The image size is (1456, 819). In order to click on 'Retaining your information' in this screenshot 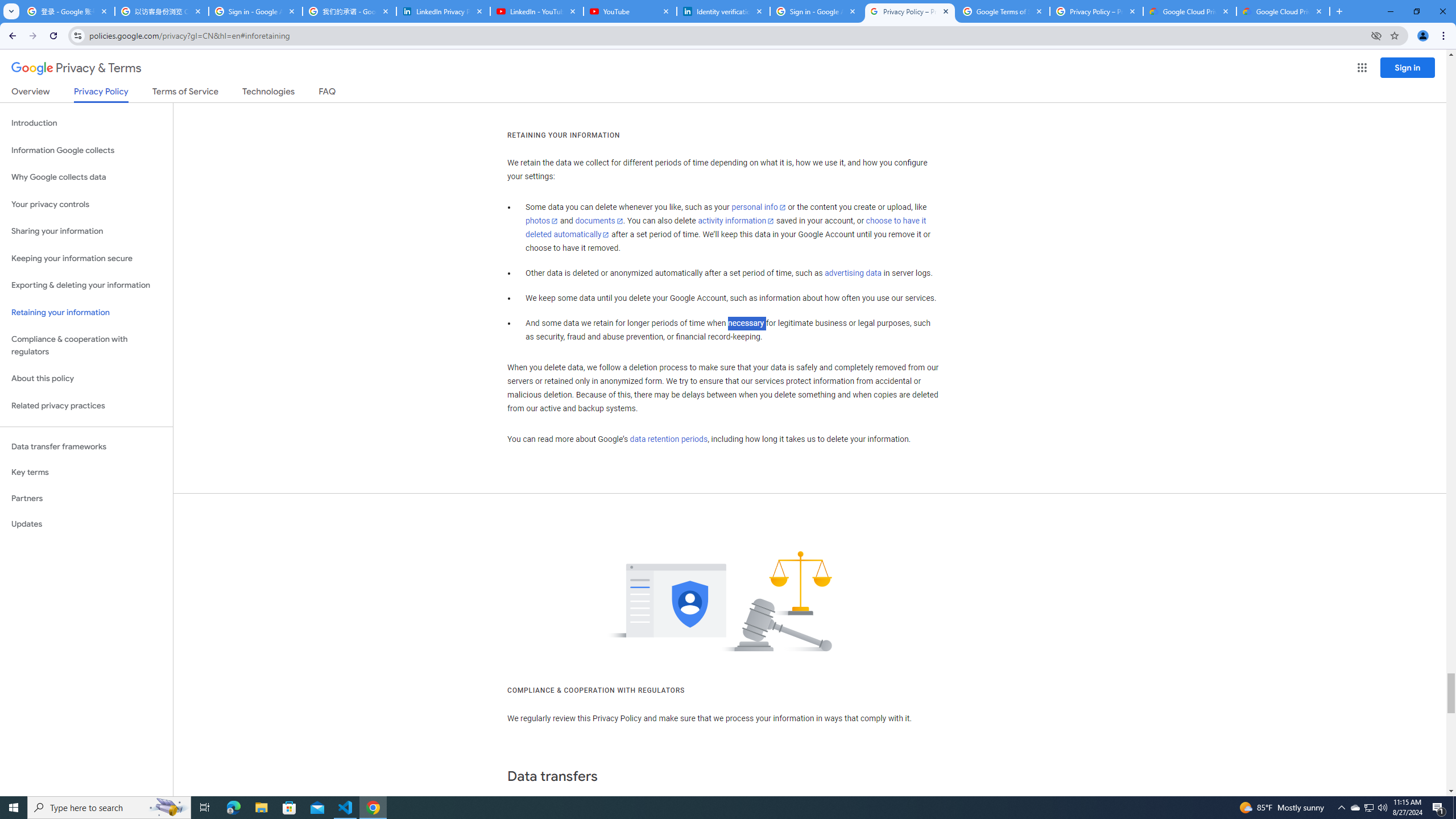, I will do `click(86, 312)`.